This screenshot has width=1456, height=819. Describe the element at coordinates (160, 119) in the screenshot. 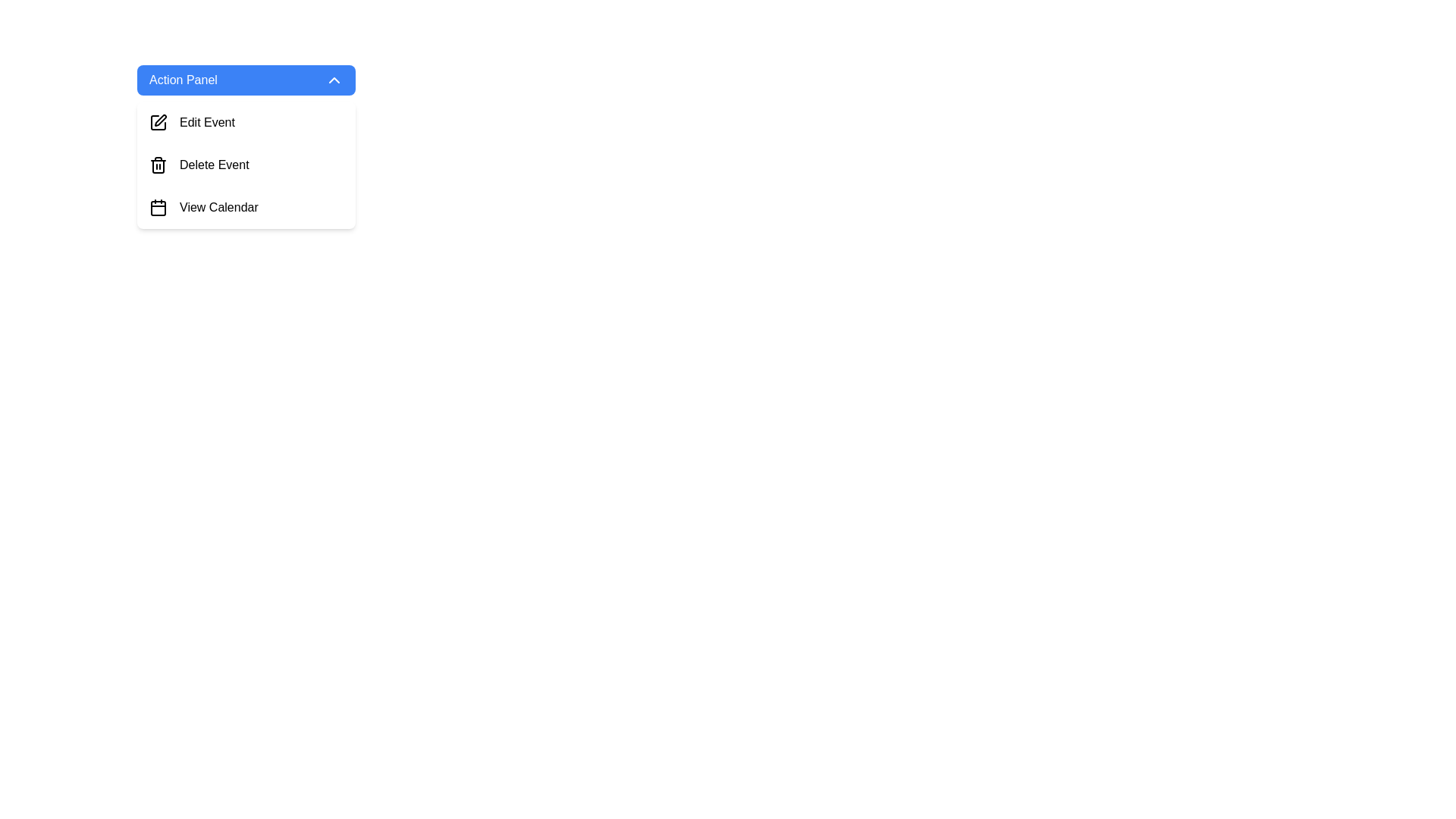

I see `the edit icon located in the 'Action Panel' dropdown preceding the 'Edit Event' option` at that location.